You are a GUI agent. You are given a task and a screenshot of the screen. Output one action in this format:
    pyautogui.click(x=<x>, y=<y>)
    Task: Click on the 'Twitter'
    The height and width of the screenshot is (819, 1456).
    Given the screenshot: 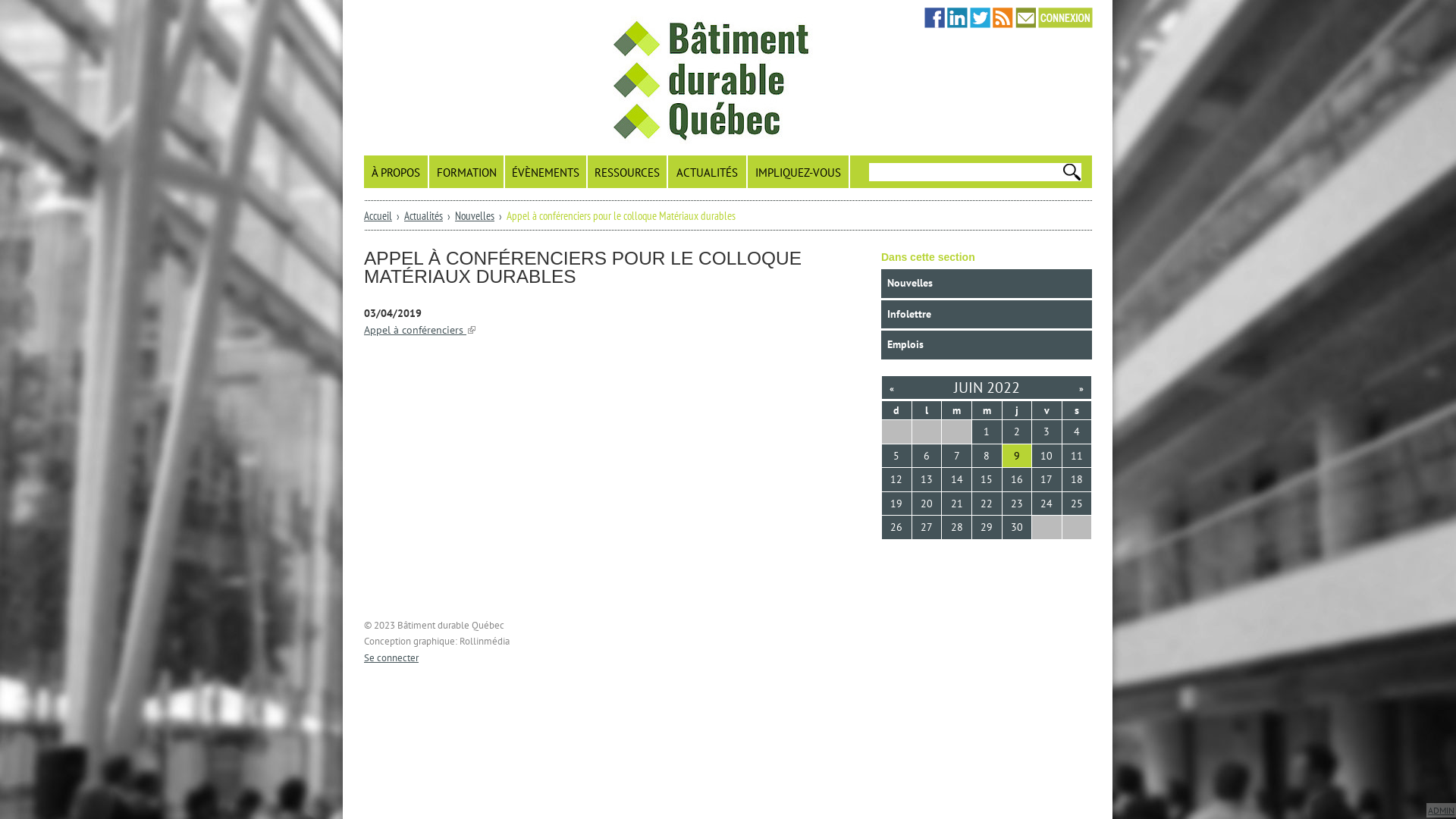 What is the action you would take?
    pyautogui.click(x=980, y=17)
    